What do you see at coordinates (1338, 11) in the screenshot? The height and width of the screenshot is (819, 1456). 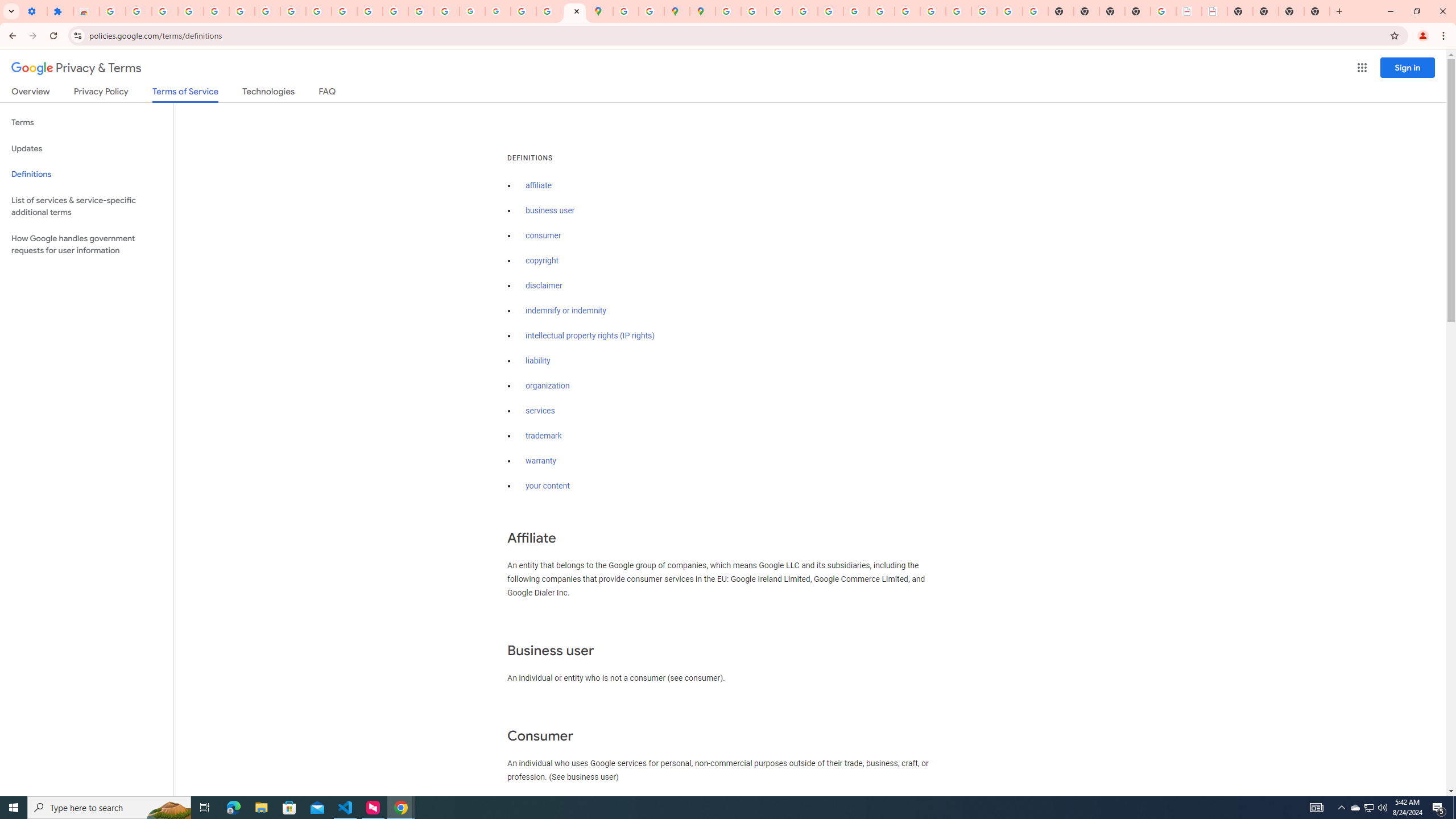 I see `'New Tab'` at bounding box center [1338, 11].